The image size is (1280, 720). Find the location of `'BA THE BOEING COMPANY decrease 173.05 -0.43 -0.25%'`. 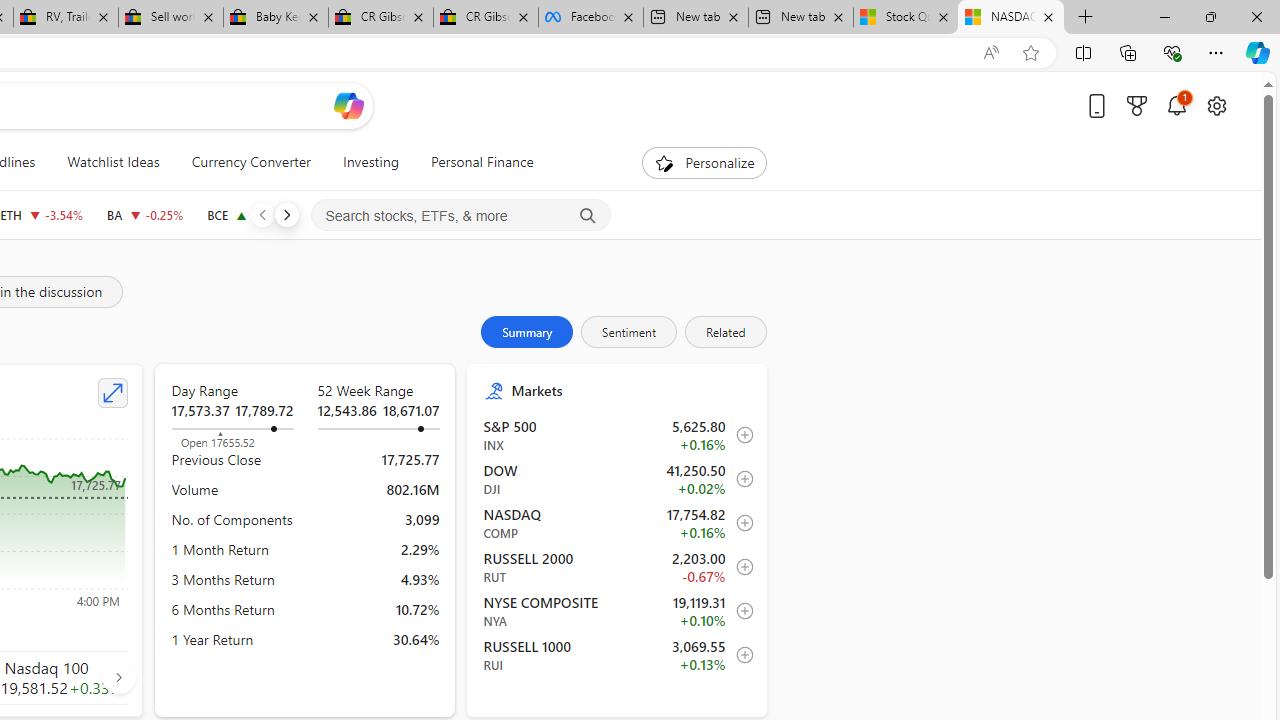

'BA THE BOEING COMPANY decrease 173.05 -0.43 -0.25%' is located at coordinates (144, 214).